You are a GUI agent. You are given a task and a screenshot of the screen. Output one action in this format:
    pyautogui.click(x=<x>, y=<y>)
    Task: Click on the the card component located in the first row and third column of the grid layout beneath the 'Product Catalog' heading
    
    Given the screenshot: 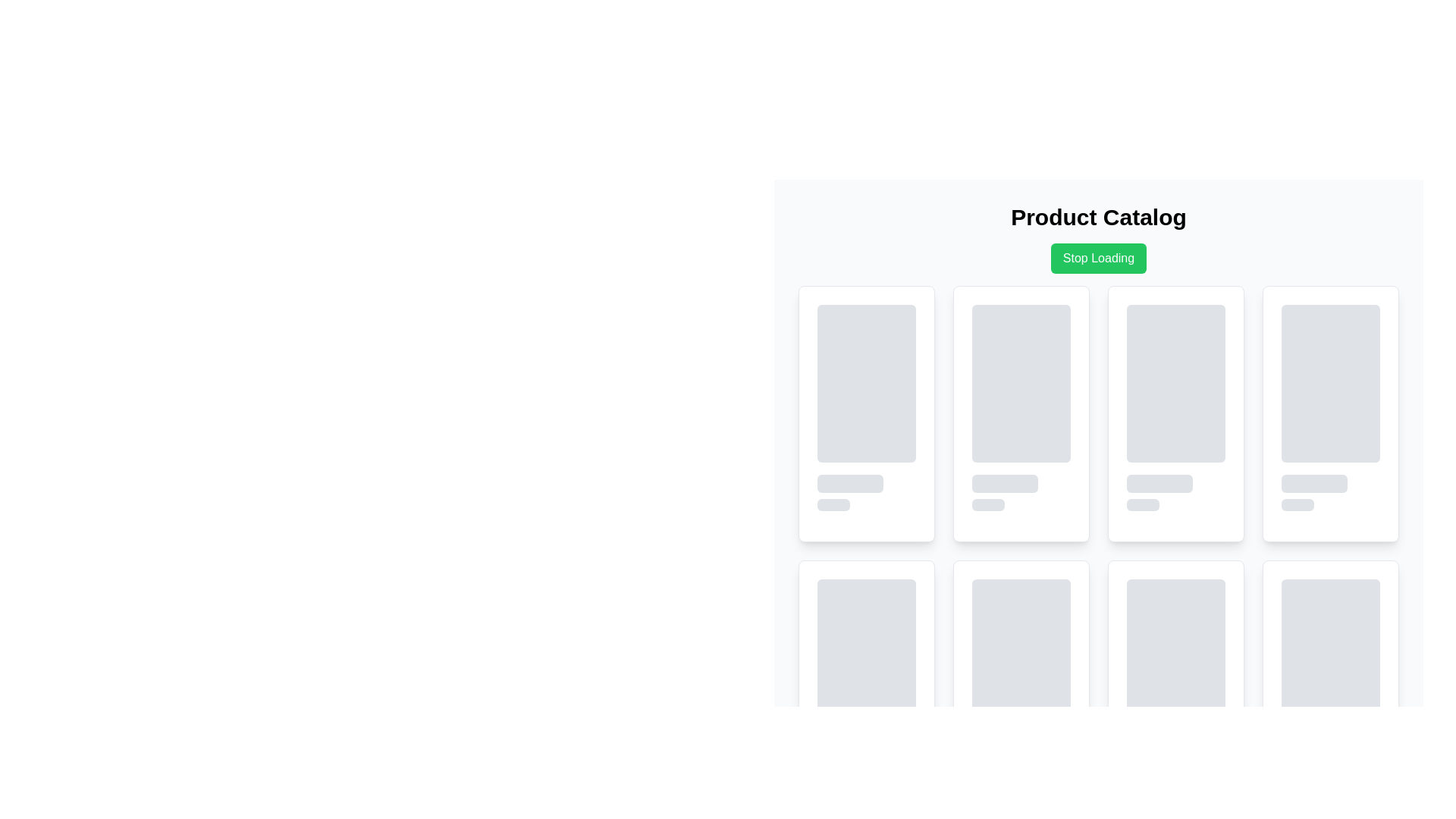 What is the action you would take?
    pyautogui.click(x=1175, y=414)
    